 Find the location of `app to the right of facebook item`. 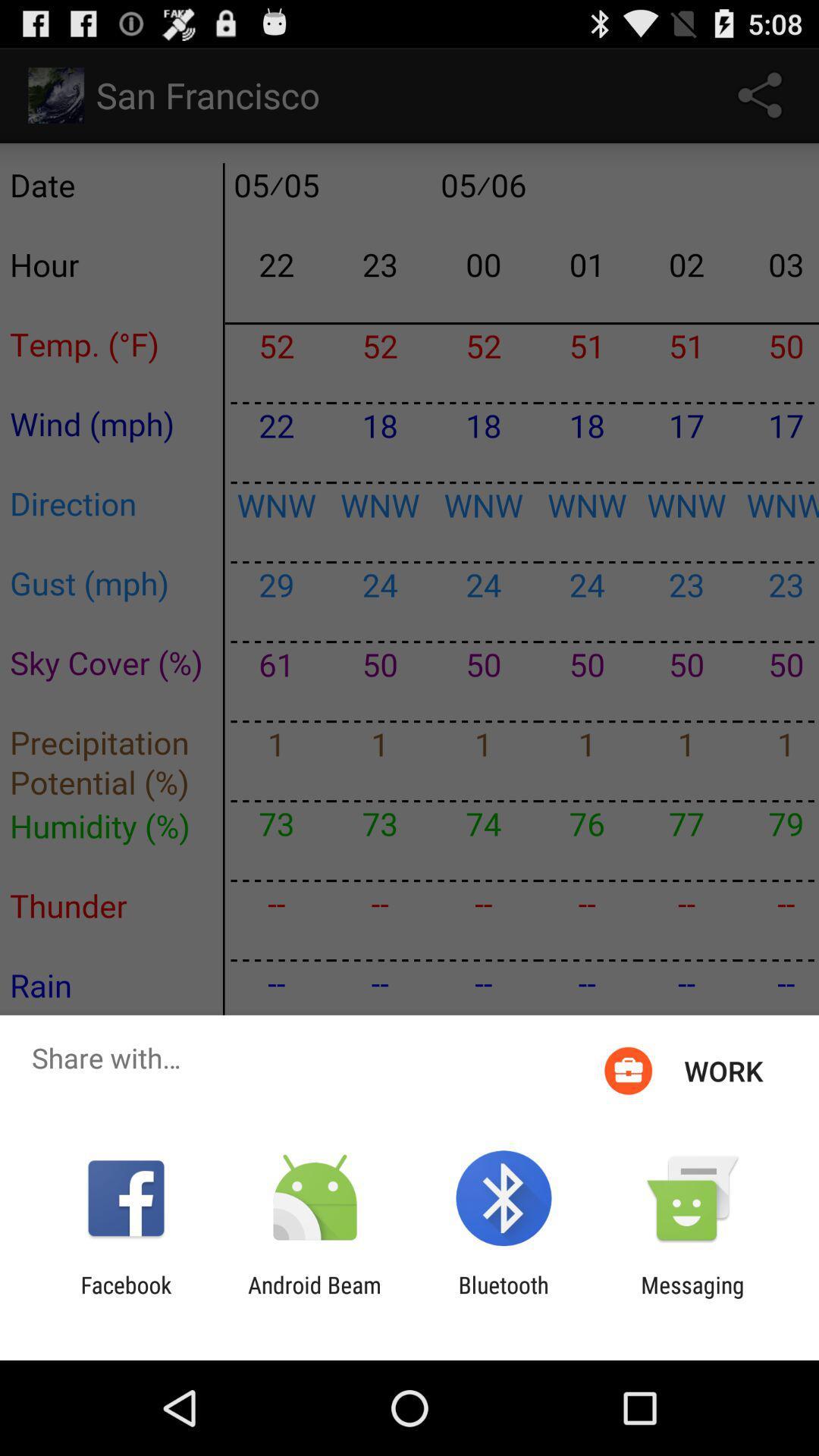

app to the right of facebook item is located at coordinates (314, 1298).